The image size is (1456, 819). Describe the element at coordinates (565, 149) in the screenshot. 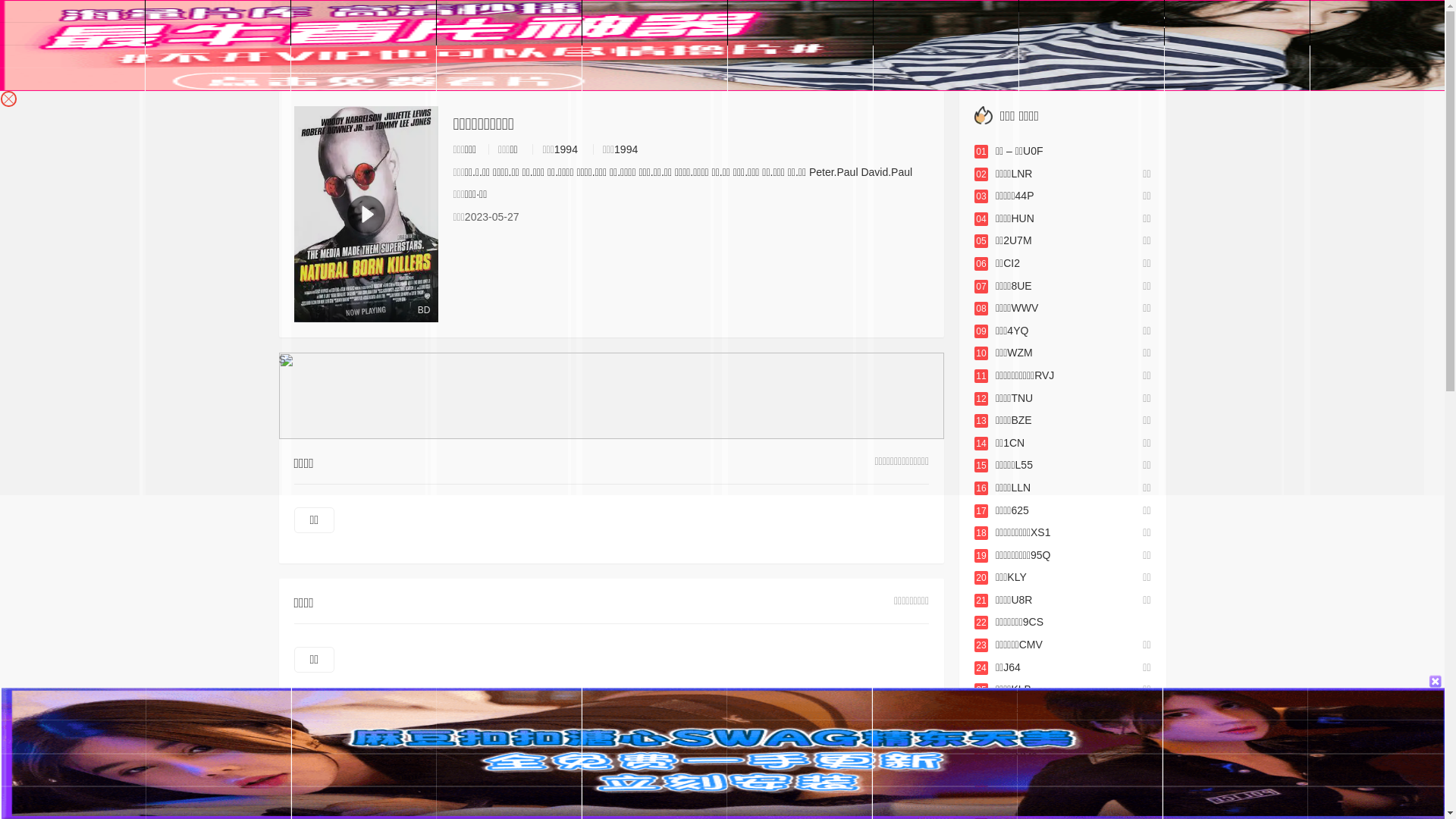

I see `'1994'` at that location.